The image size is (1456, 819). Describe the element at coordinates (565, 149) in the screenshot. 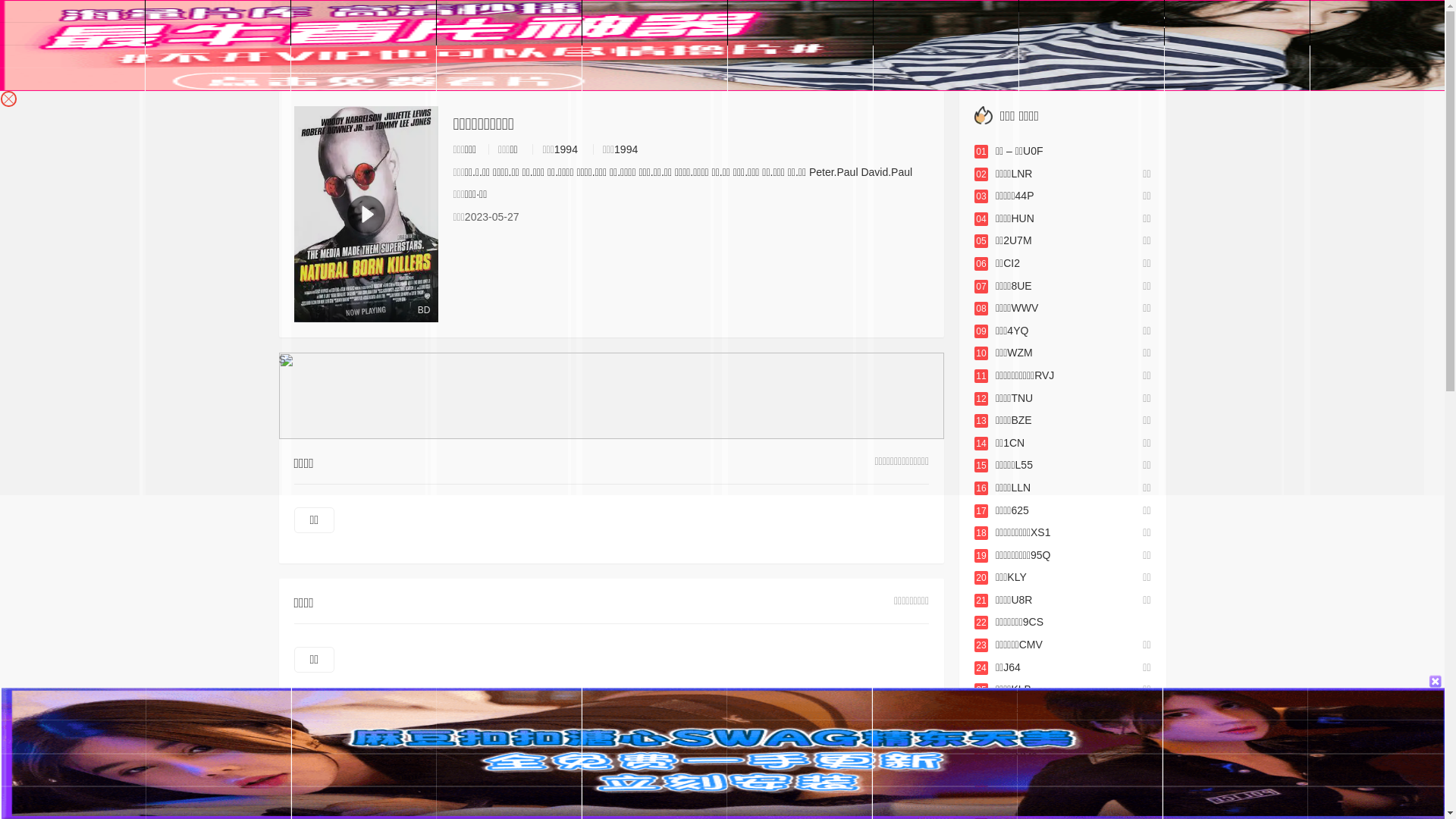

I see `'1994'` at that location.